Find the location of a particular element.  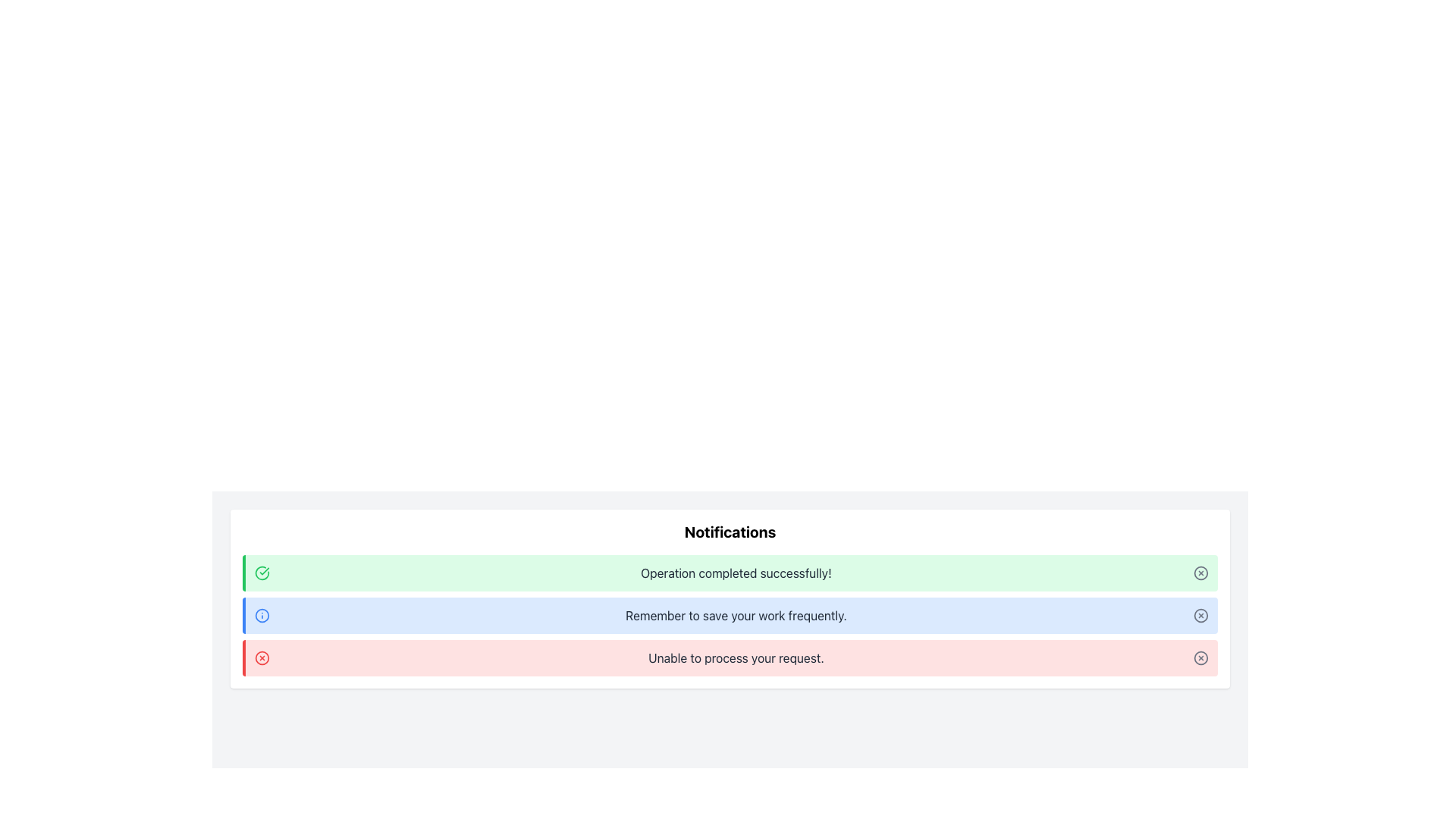

the circular UI element with a blue border and white fill, which is part of the information icon located in the left region of the blue notification bar is located at coordinates (262, 616).